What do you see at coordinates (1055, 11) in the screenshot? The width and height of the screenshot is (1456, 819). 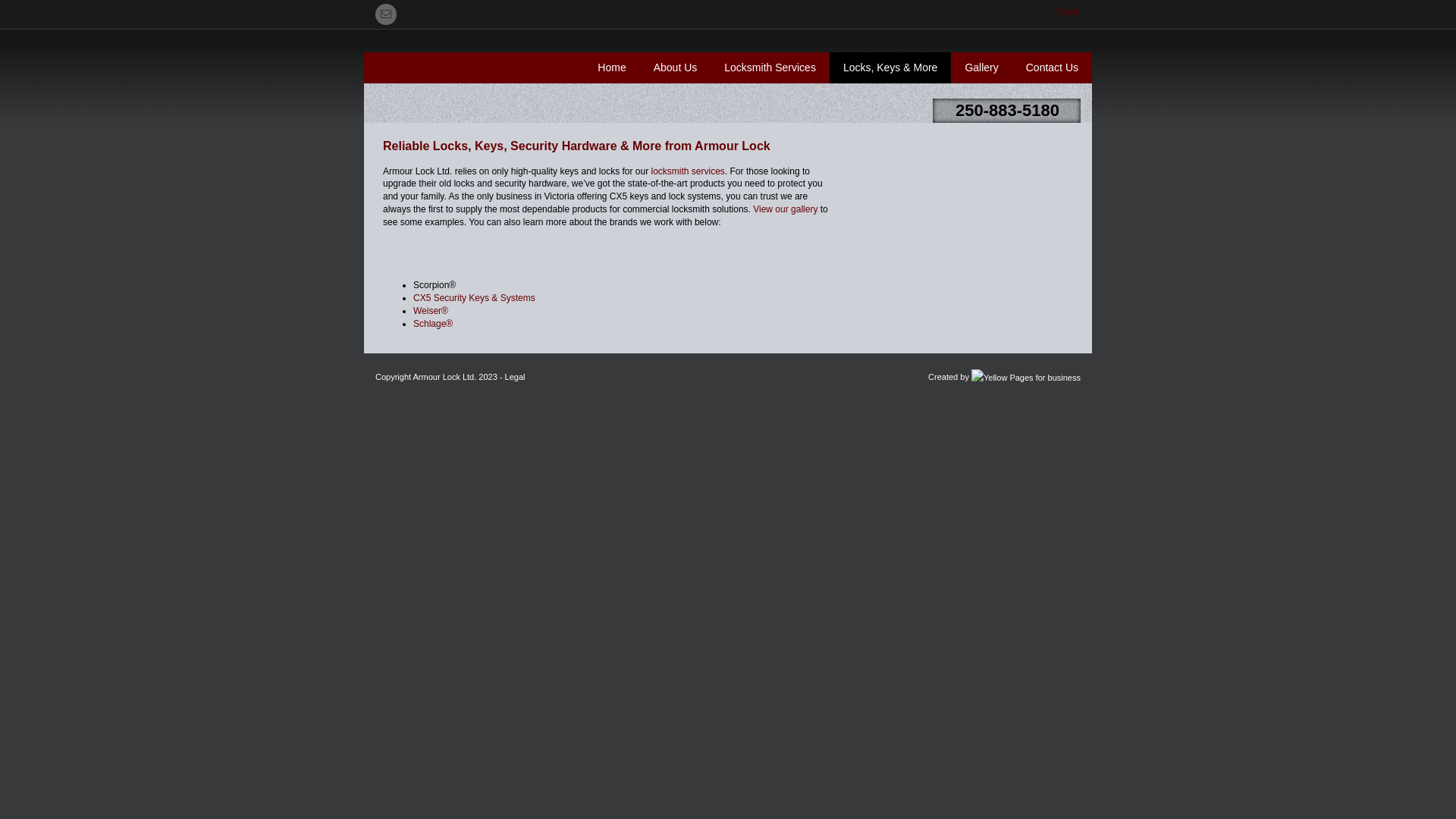 I see `'Tweet'` at bounding box center [1055, 11].